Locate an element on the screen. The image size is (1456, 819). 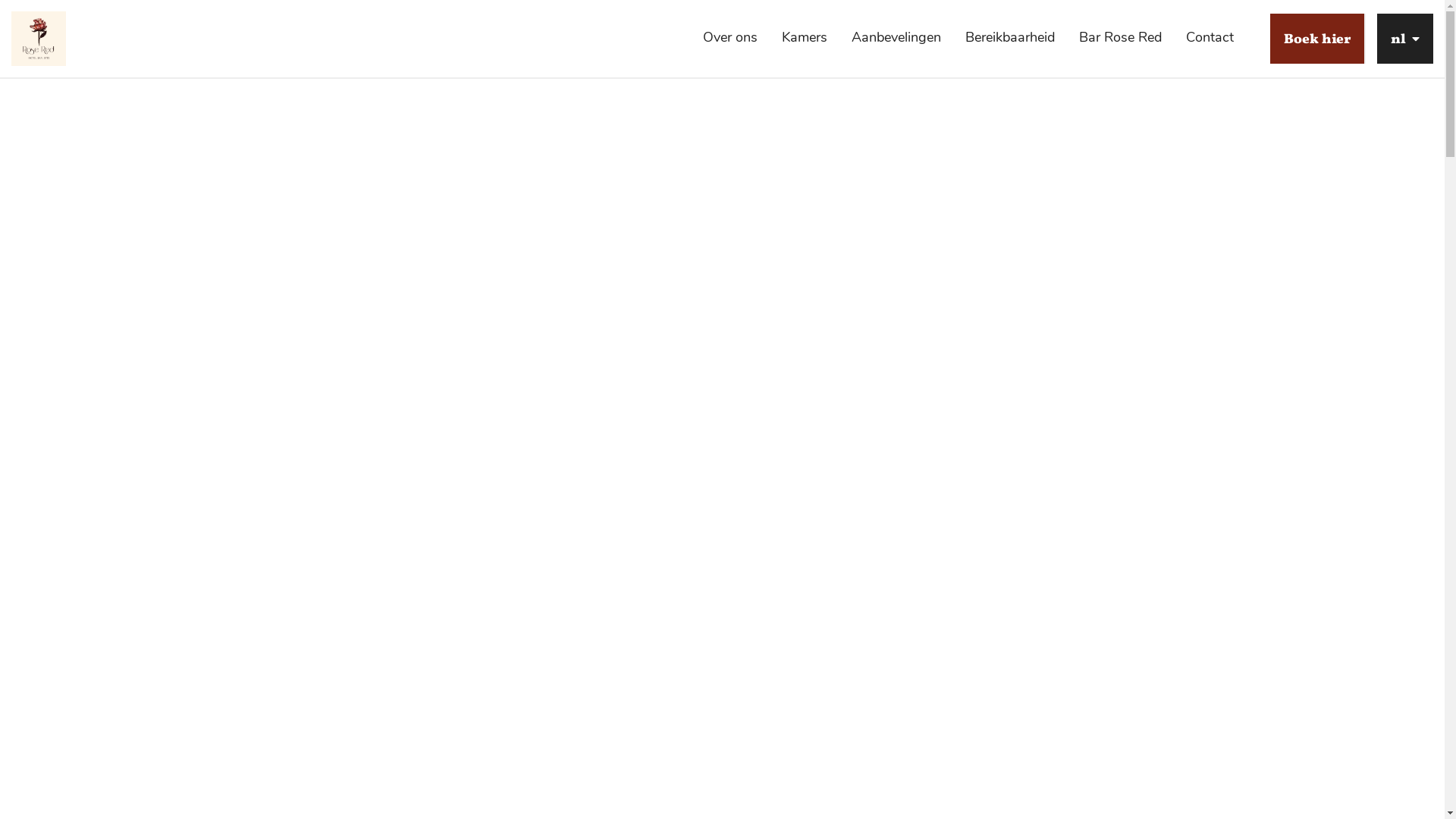
'Over ons' is located at coordinates (730, 36).